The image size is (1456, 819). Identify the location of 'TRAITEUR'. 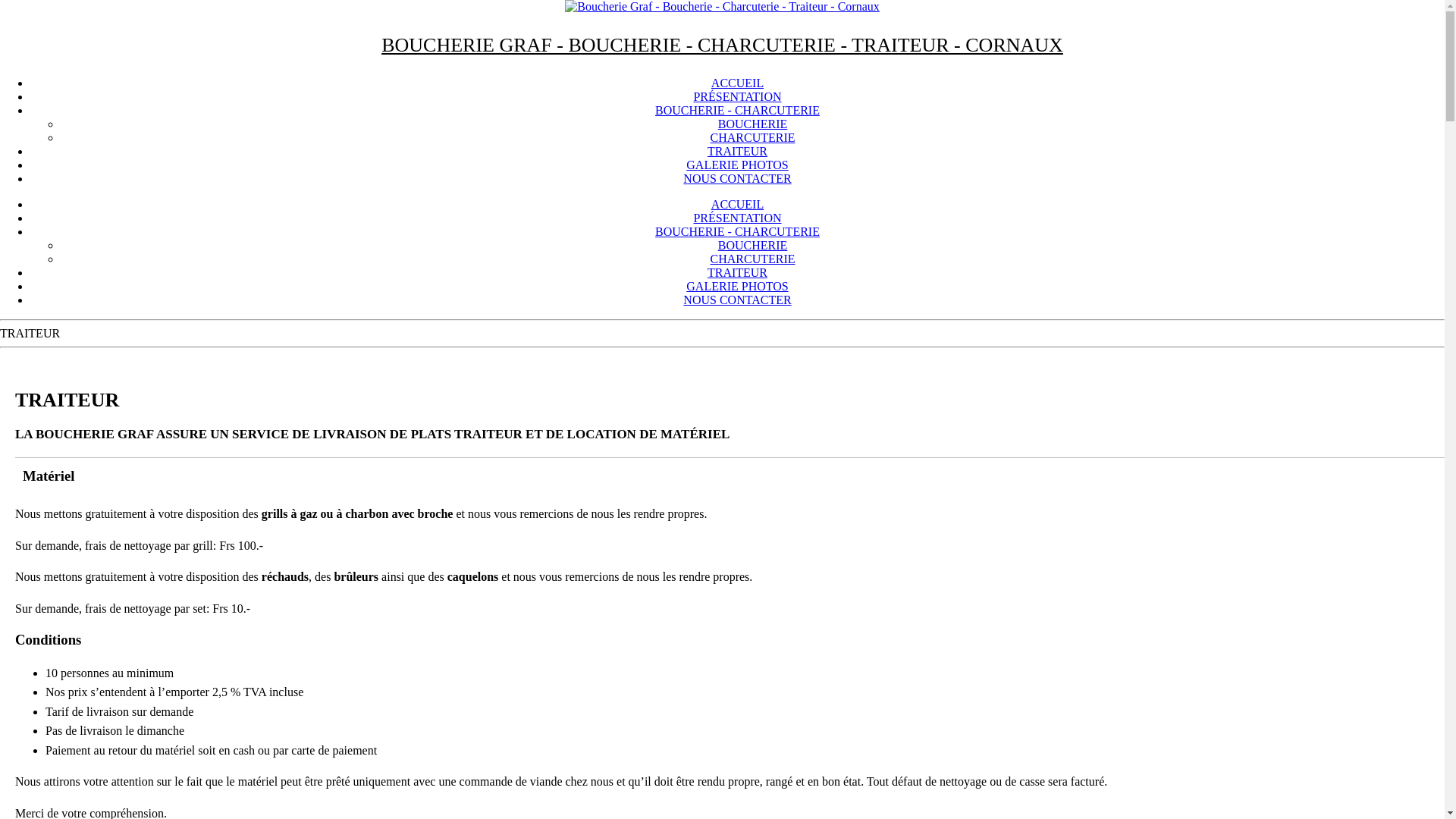
(737, 151).